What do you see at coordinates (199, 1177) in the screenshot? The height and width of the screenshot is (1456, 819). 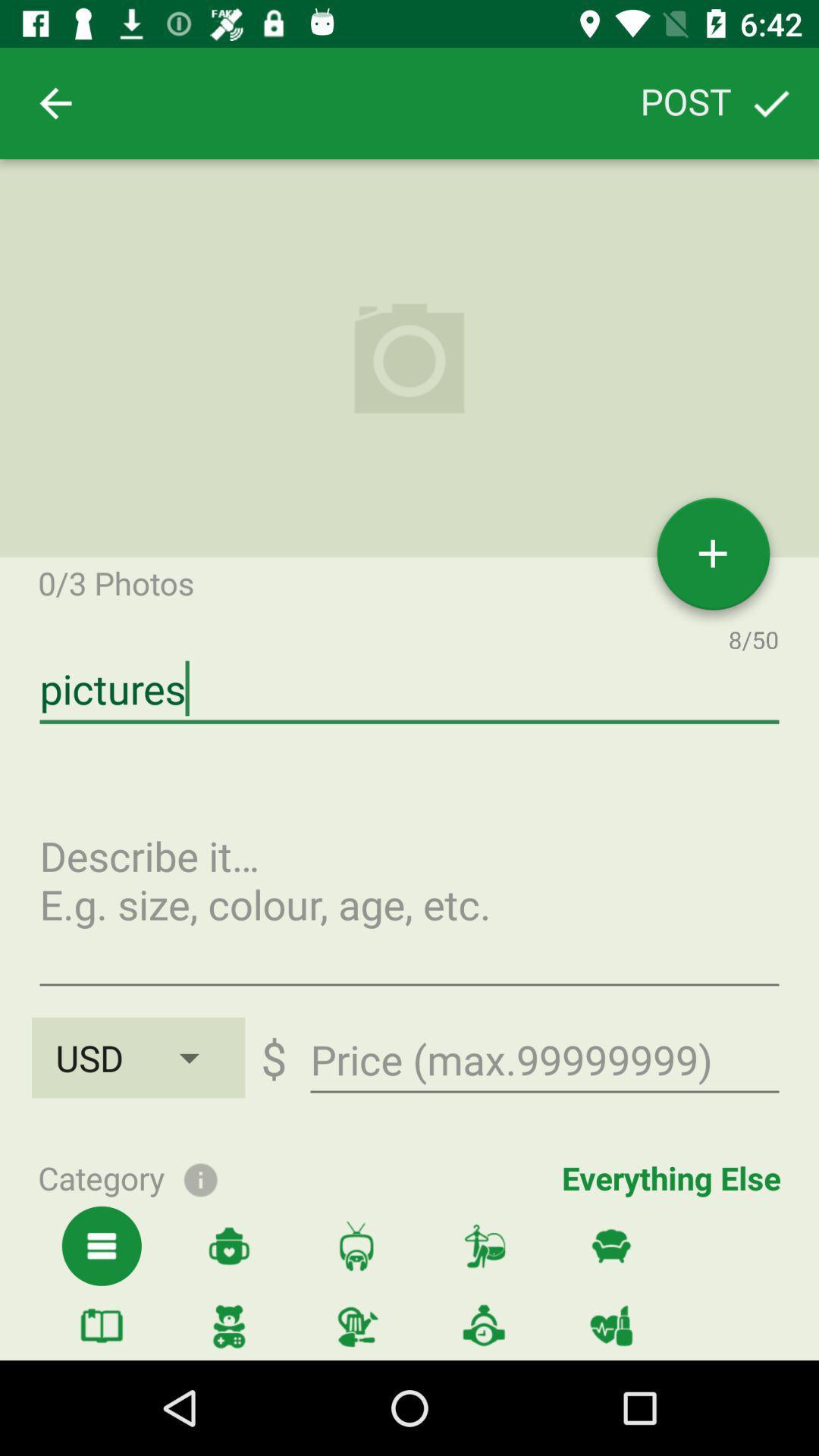 I see `the info icon` at bounding box center [199, 1177].